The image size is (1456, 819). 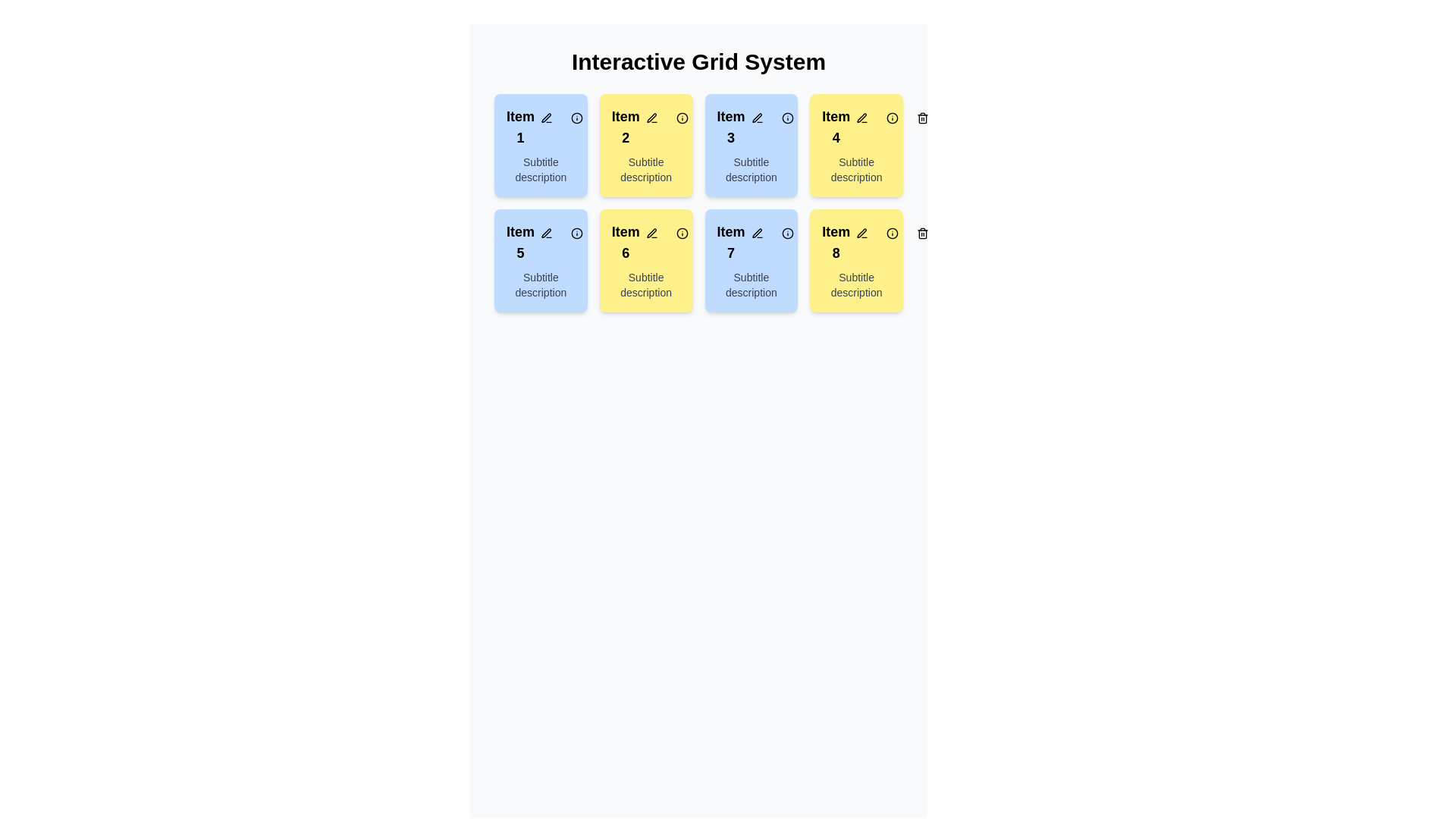 What do you see at coordinates (546, 117) in the screenshot?
I see `the SVG icon resembling a pen located in the top-left card labeled 'Item 1' in the grid layout` at bounding box center [546, 117].